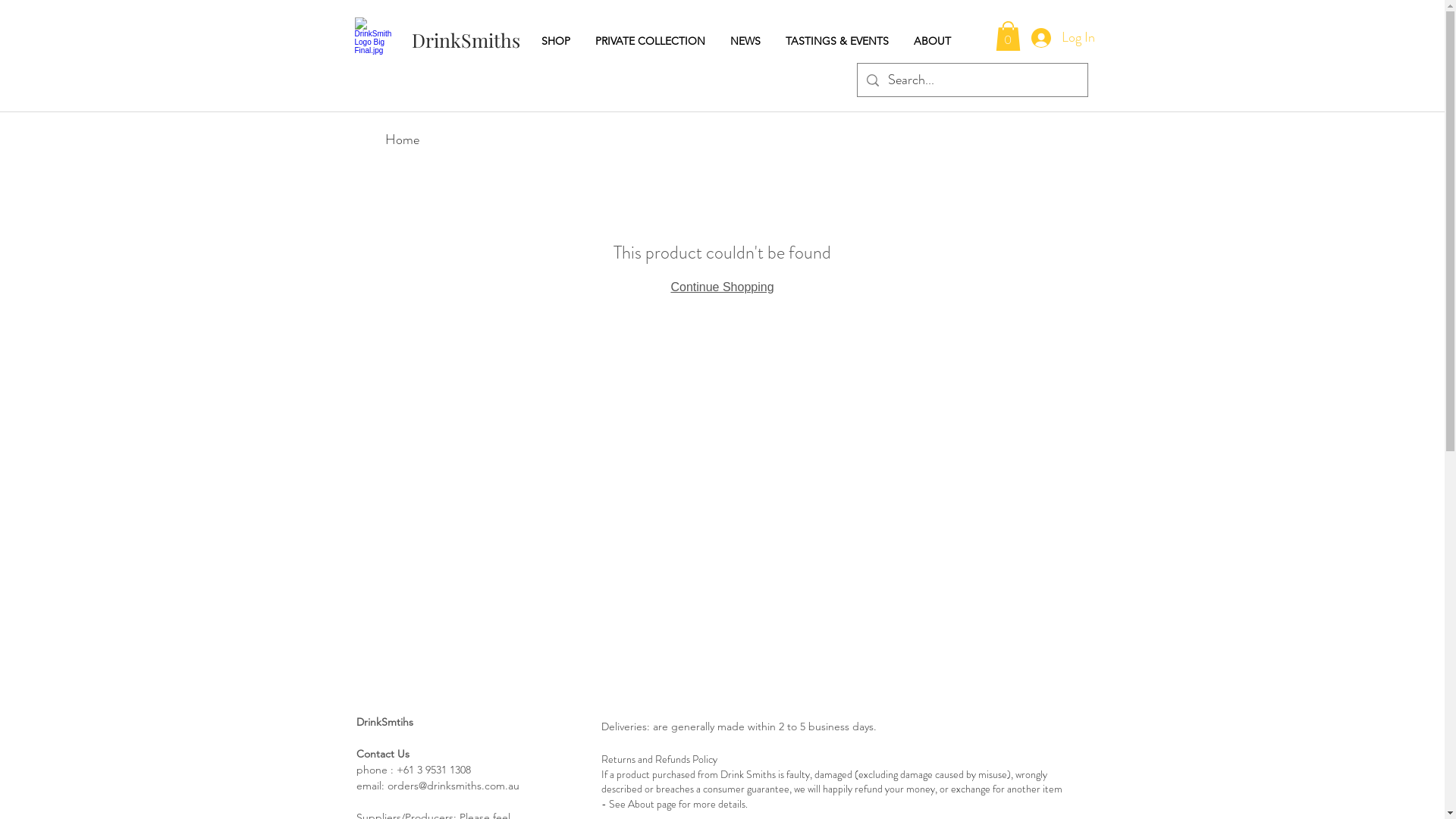 The height and width of the screenshot is (819, 1456). What do you see at coordinates (935, 40) in the screenshot?
I see `'ABOUT'` at bounding box center [935, 40].